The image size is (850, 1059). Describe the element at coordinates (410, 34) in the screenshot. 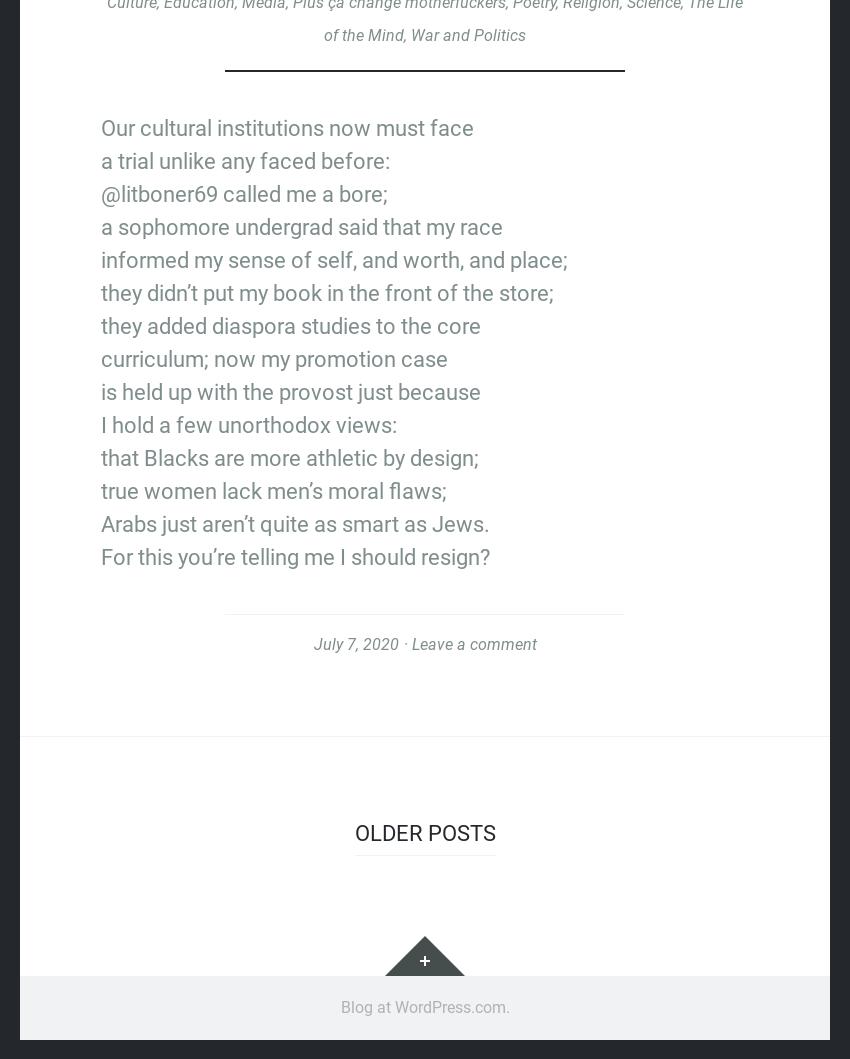

I see `'War and Politics'` at that location.